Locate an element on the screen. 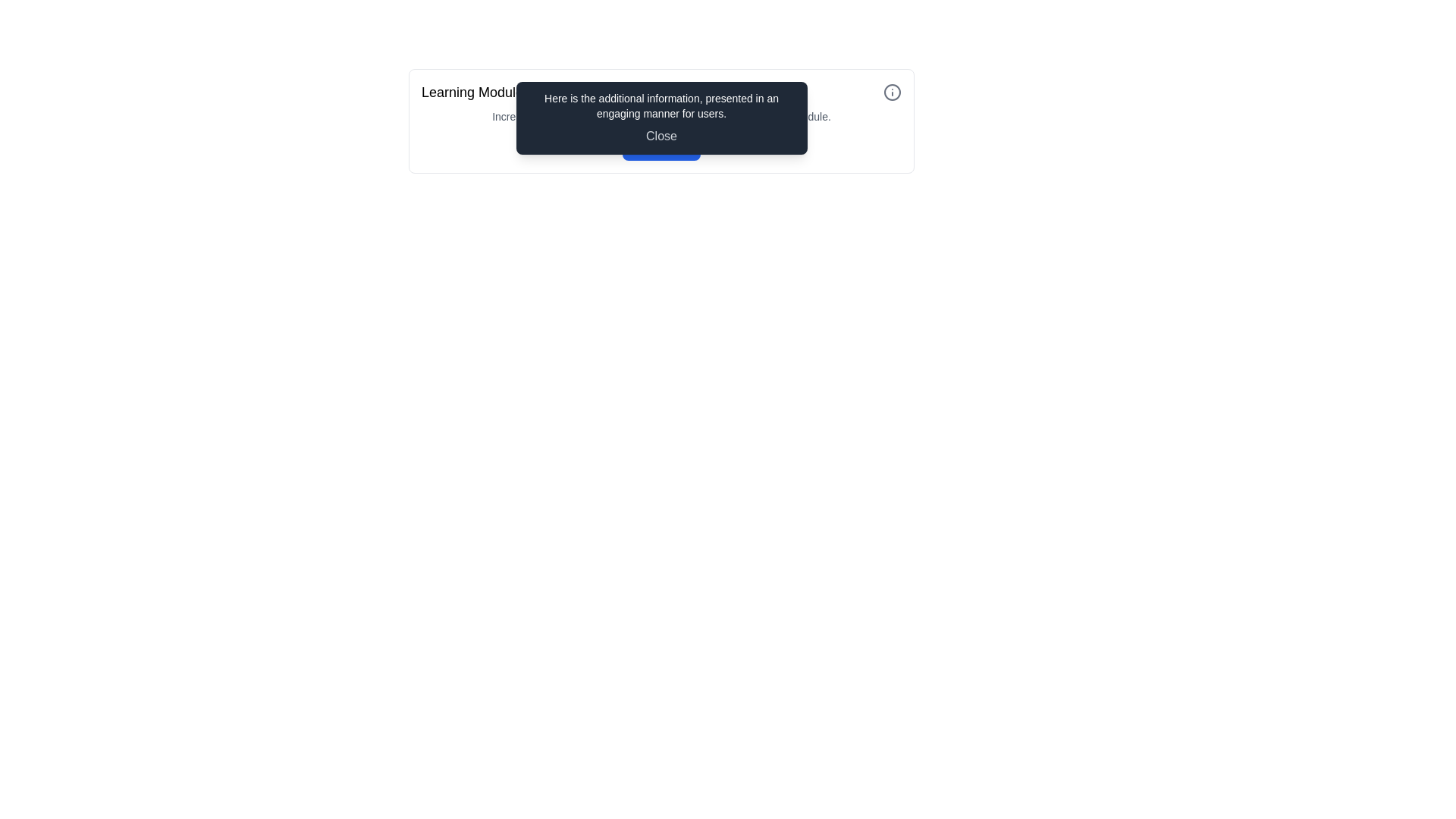 The image size is (1456, 819). the informational popup window that displays additional details, positioned centrally below the 'Learning Module' header and above the 'Start Now' button is located at coordinates (661, 117).